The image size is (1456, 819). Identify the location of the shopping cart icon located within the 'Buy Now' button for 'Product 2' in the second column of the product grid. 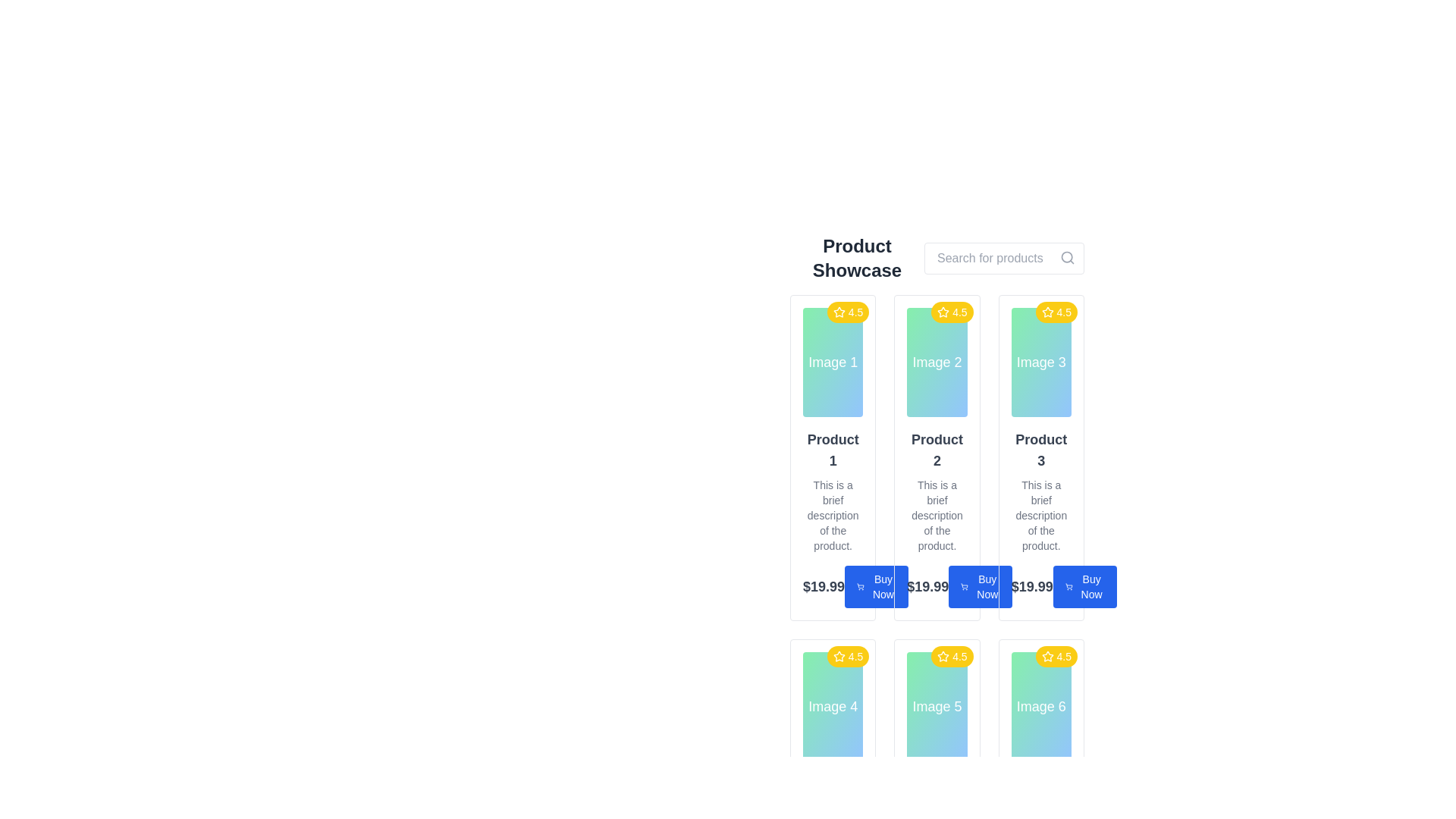
(964, 586).